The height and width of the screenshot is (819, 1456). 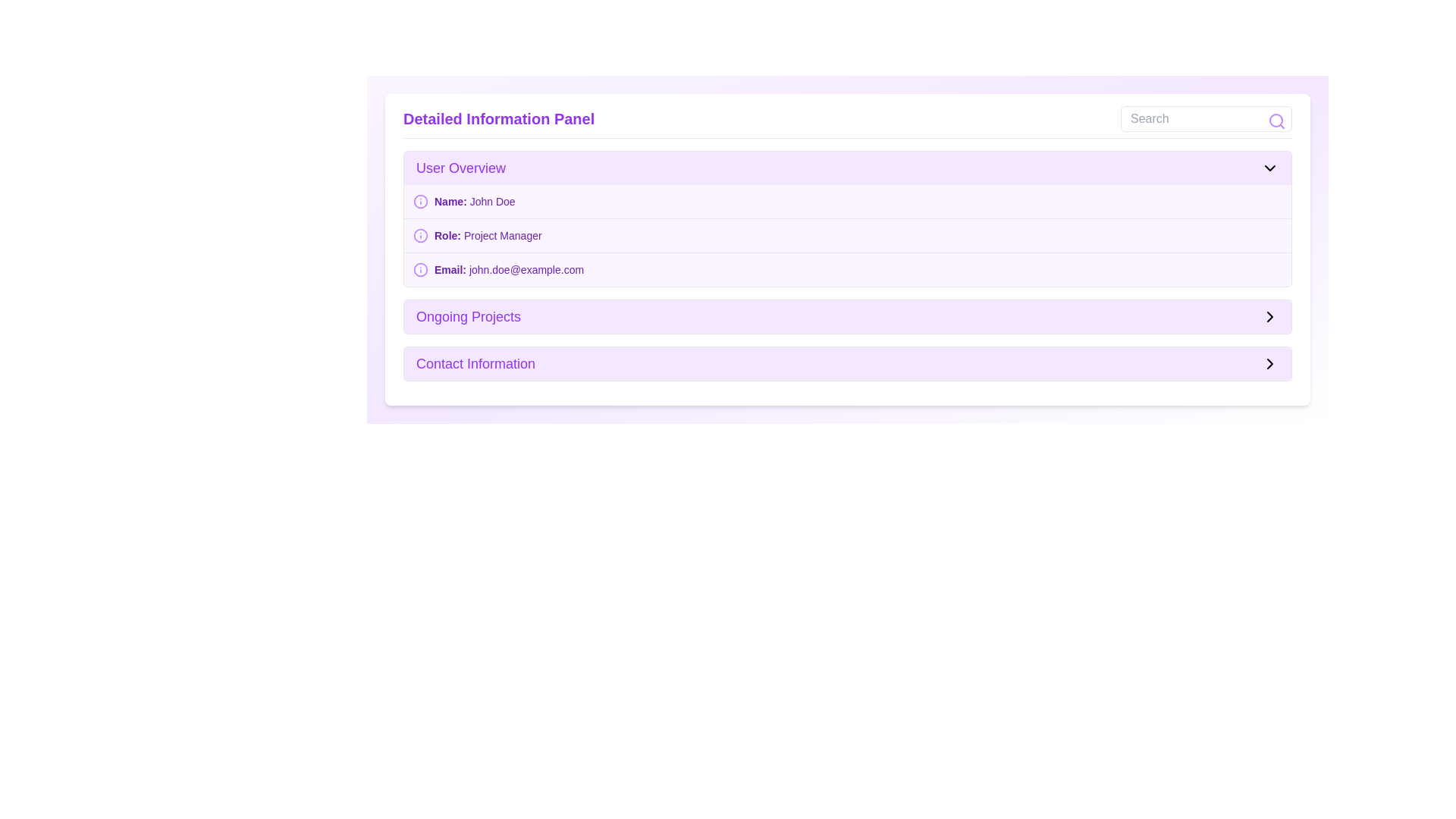 What do you see at coordinates (847, 168) in the screenshot?
I see `the toggle button at the top of the user details section` at bounding box center [847, 168].